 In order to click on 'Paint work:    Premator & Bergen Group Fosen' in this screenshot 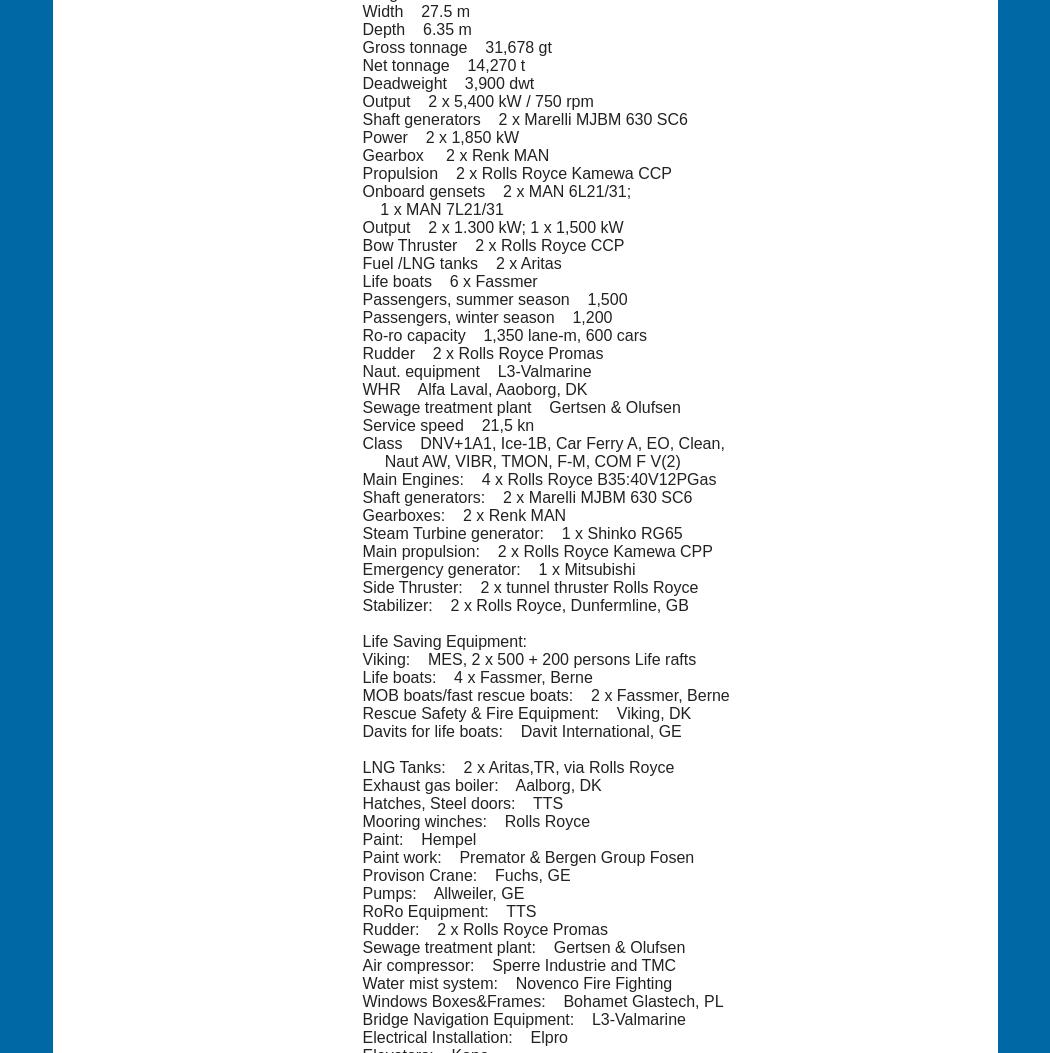, I will do `click(528, 855)`.